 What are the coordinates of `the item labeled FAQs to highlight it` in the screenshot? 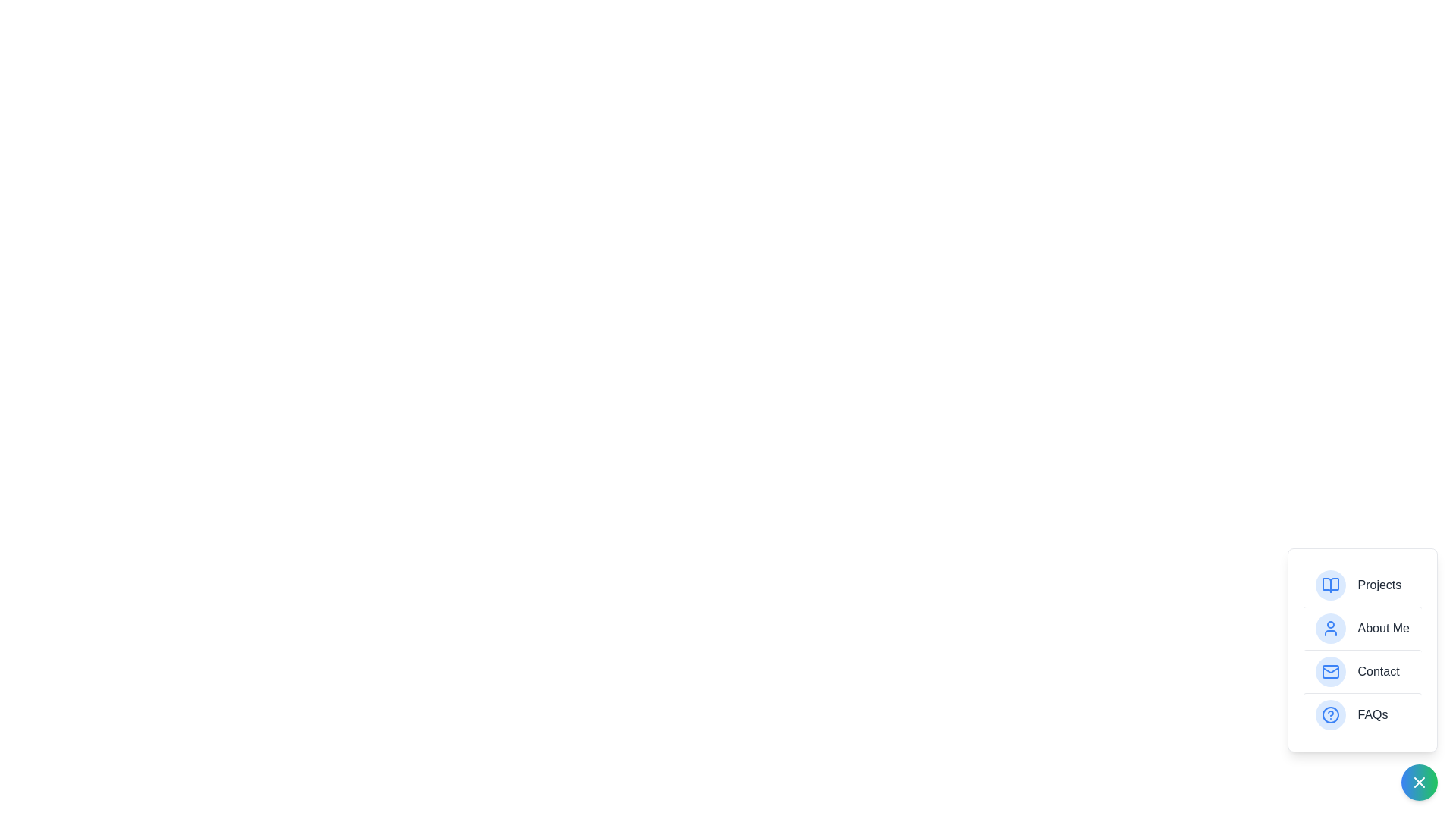 It's located at (1362, 714).